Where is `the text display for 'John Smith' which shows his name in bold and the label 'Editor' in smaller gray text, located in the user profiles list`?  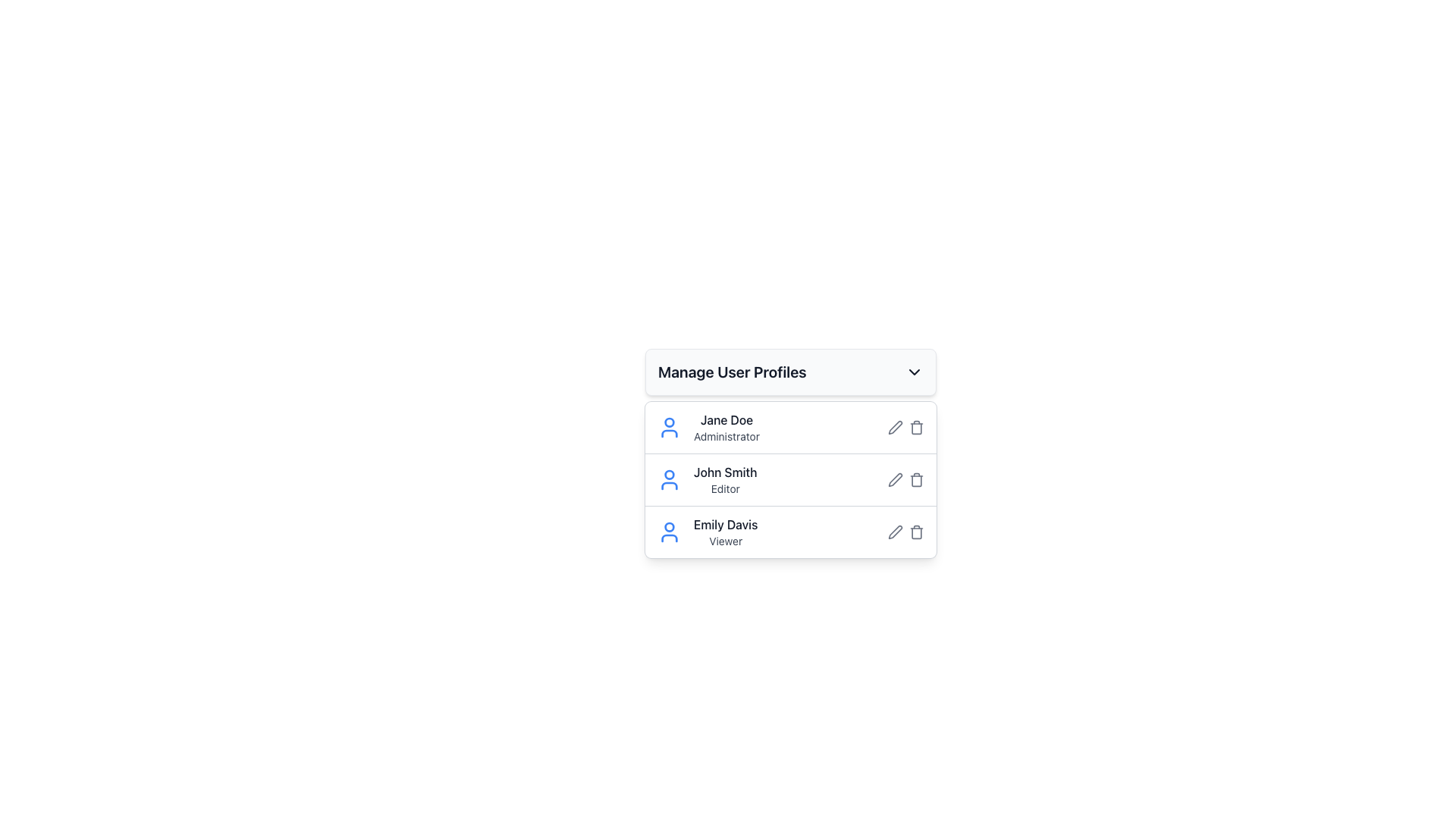 the text display for 'John Smith' which shows his name in bold and the label 'Editor' in smaller gray text, located in the user profiles list is located at coordinates (724, 479).